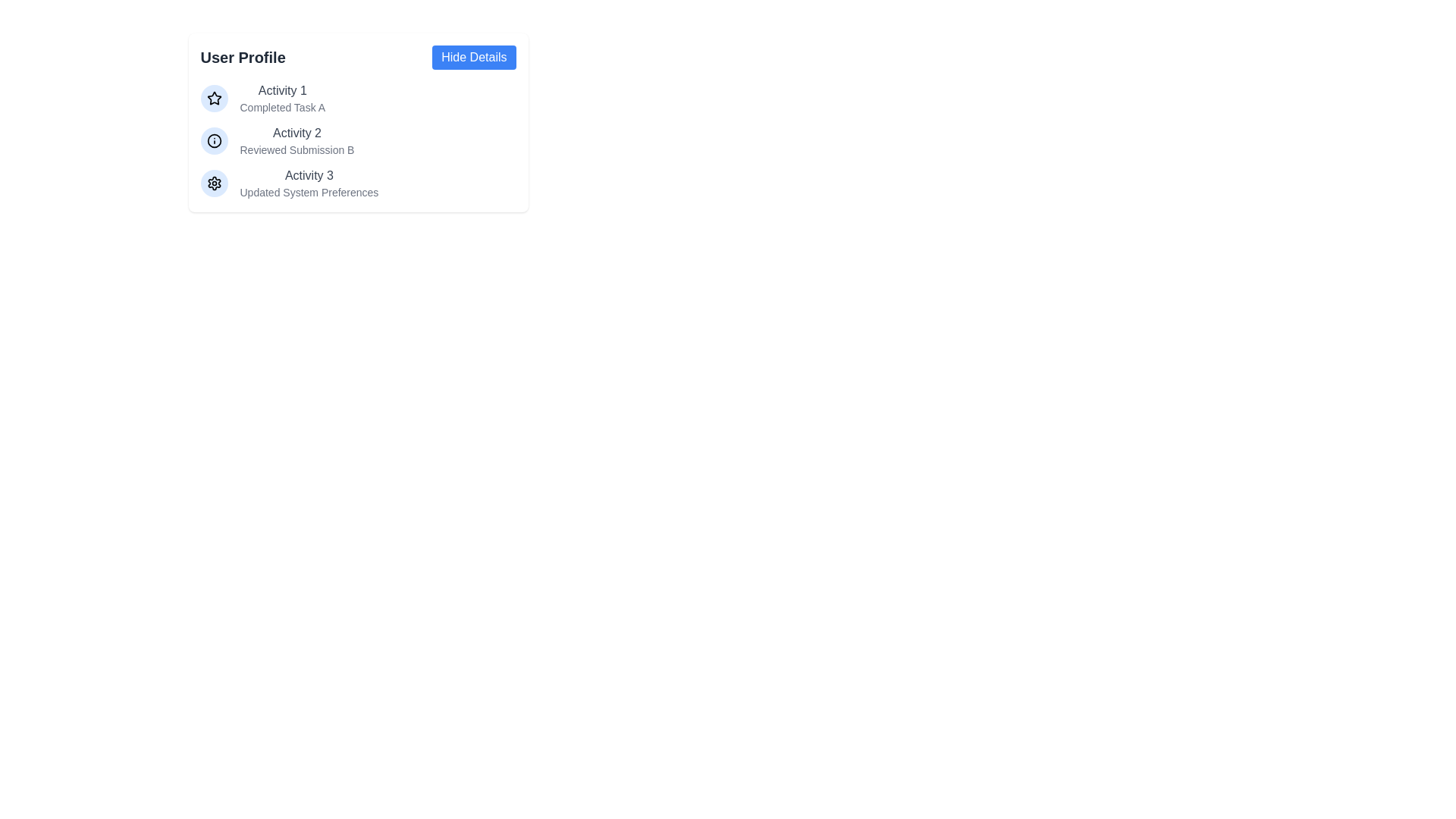 The image size is (1456, 819). What do you see at coordinates (213, 183) in the screenshot?
I see `the settings icon located in the top right corner of the interface` at bounding box center [213, 183].